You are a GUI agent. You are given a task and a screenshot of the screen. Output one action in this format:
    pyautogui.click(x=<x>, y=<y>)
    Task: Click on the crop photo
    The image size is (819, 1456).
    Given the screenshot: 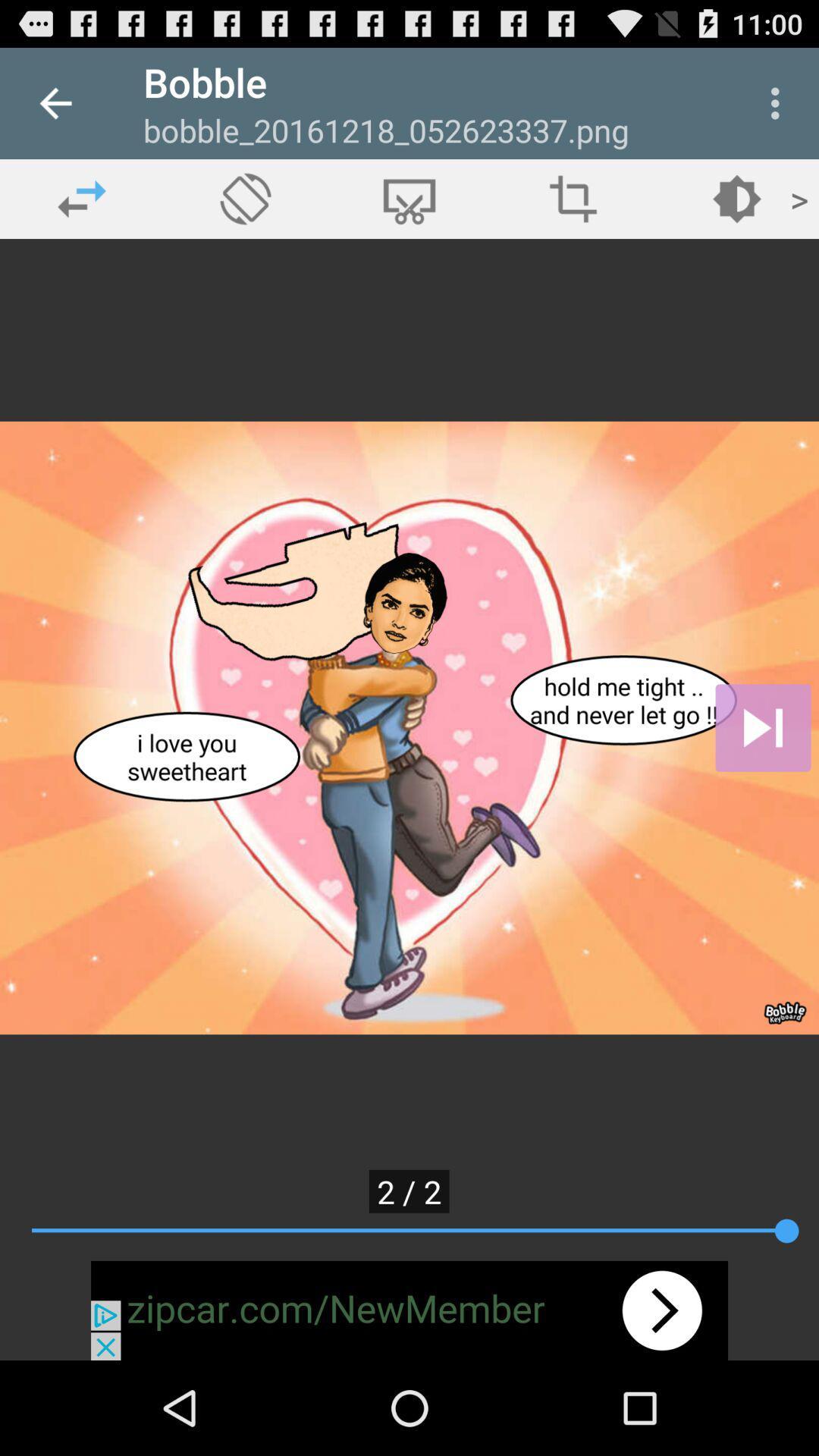 What is the action you would take?
    pyautogui.click(x=573, y=198)
    